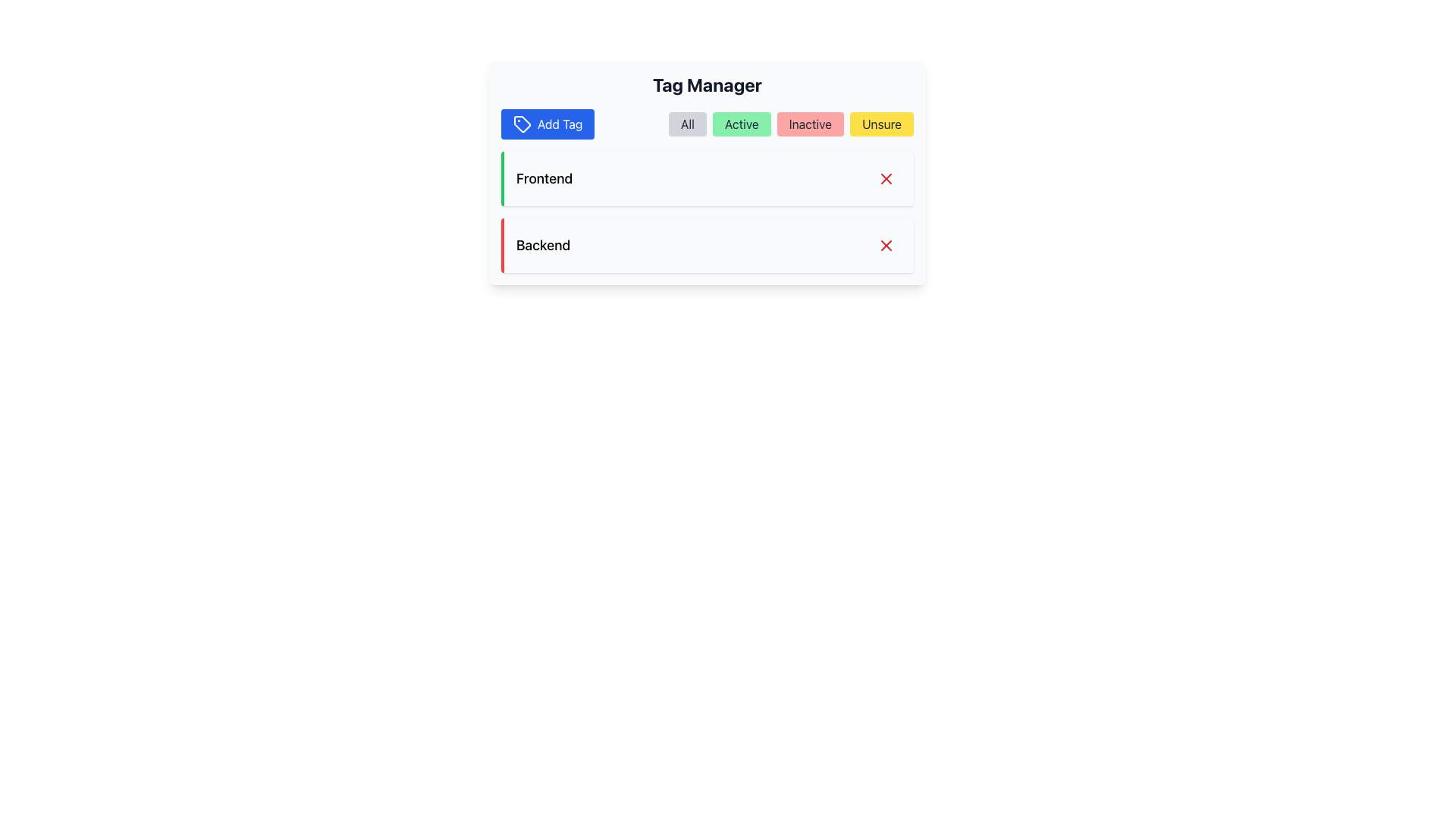 This screenshot has height=819, width=1456. Describe the element at coordinates (886, 177) in the screenshot. I see `the red cross icon which is part of an SVG graphic` at that location.